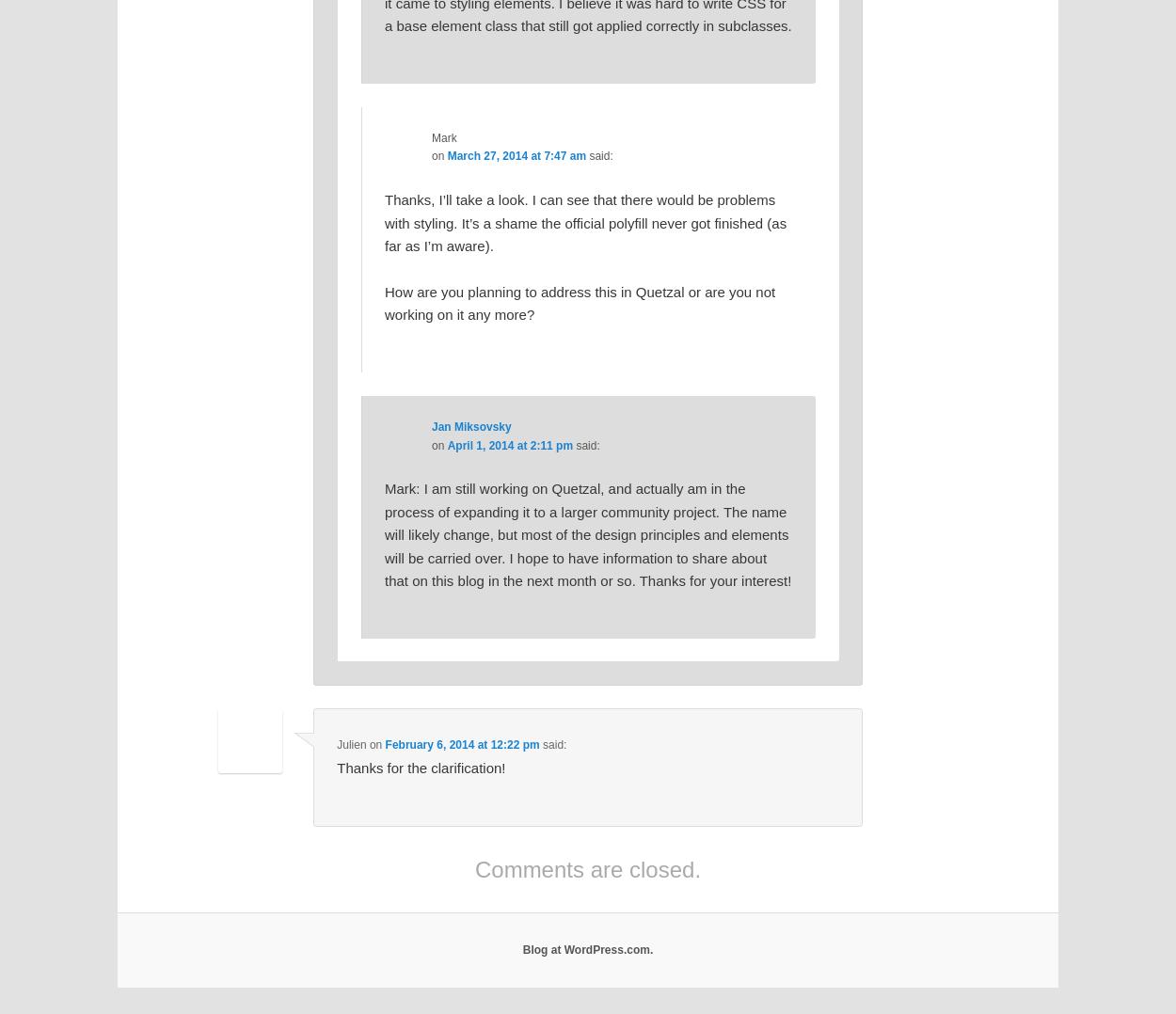 The height and width of the screenshot is (1014, 1176). What do you see at coordinates (442, 136) in the screenshot?
I see `'Mark'` at bounding box center [442, 136].